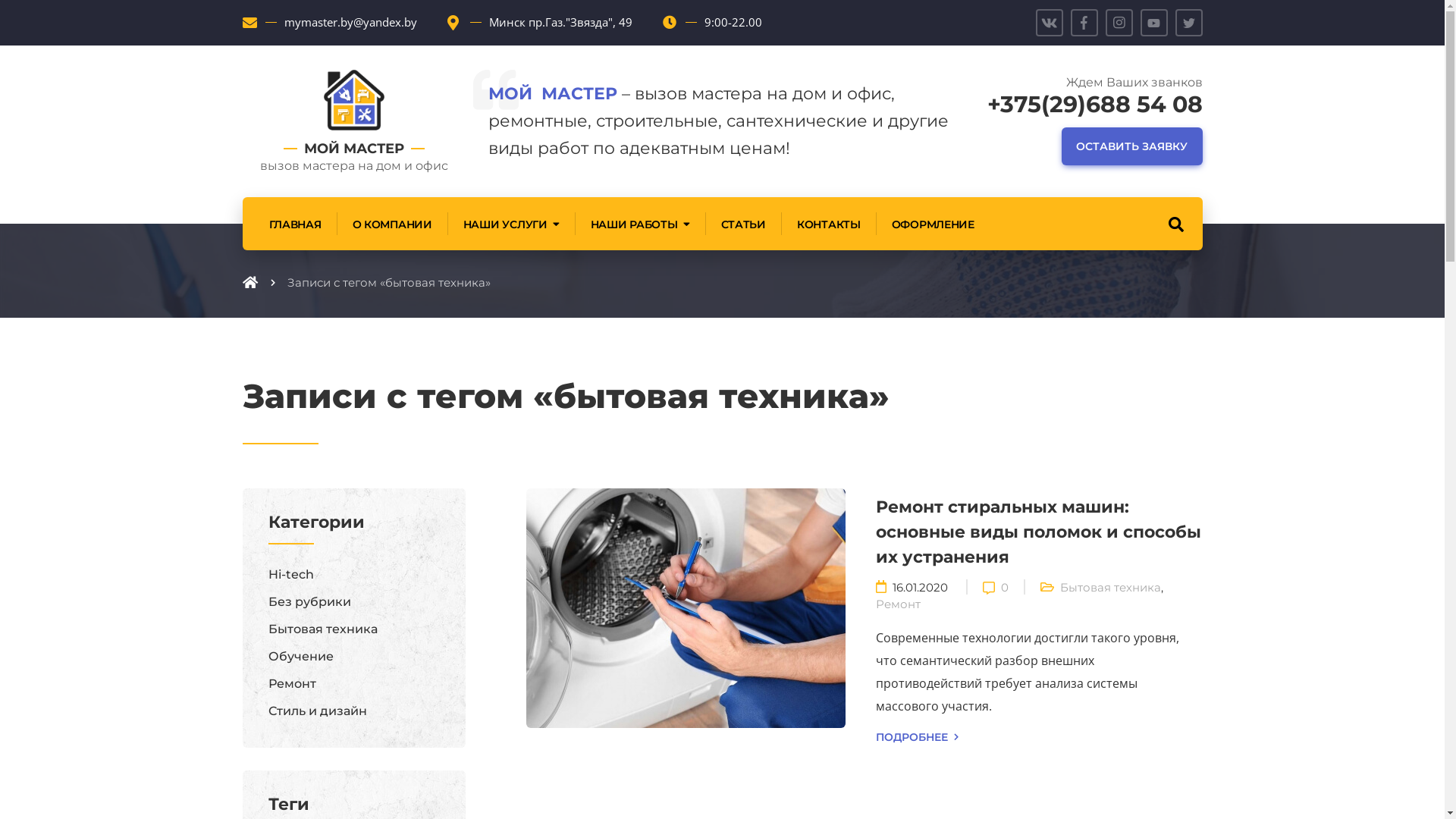  What do you see at coordinates (1106, 23) in the screenshot?
I see `'Instagram'` at bounding box center [1106, 23].